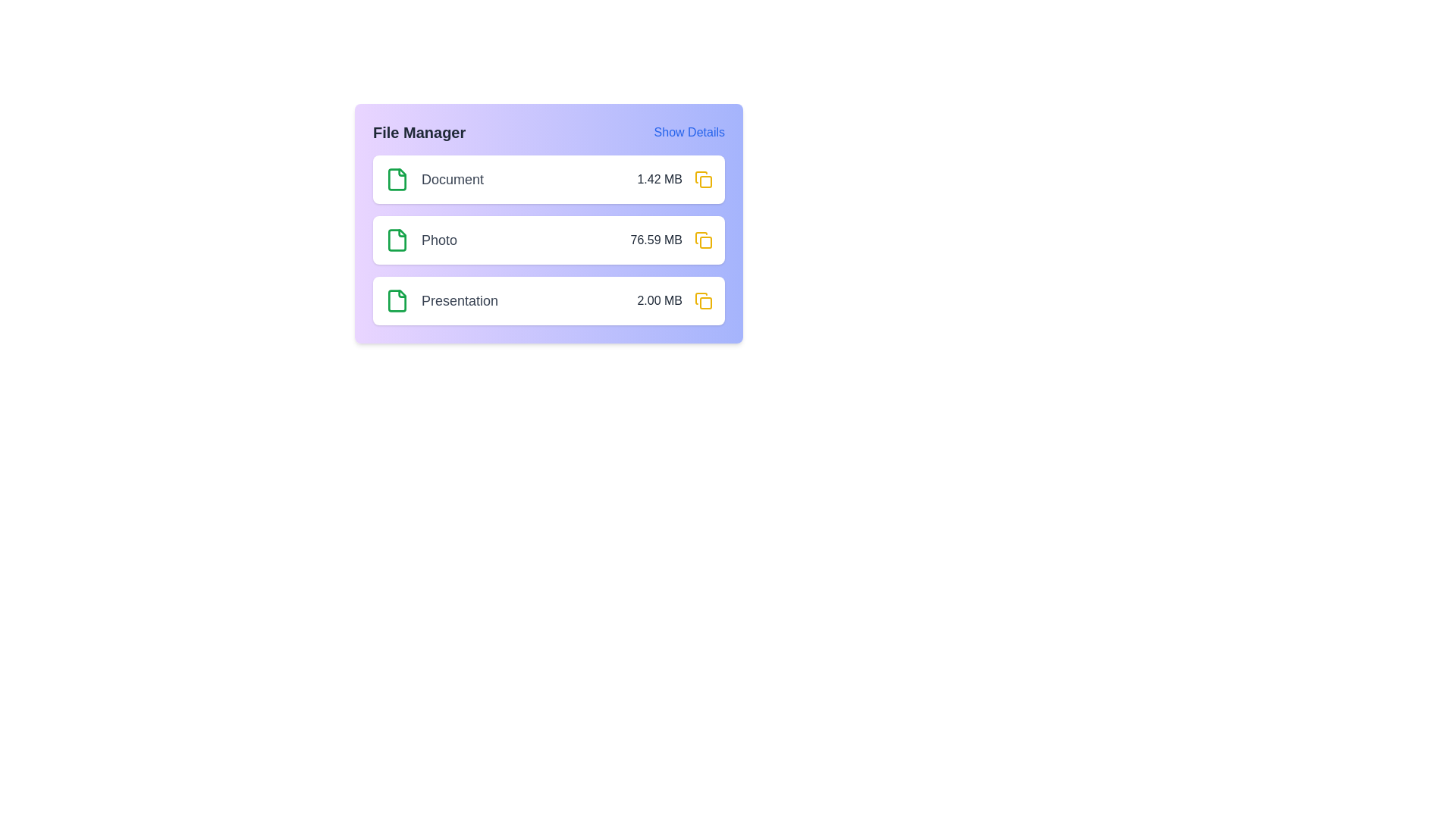  Describe the element at coordinates (705, 180) in the screenshot. I see `the decorative square graphical element positioned to the right of the 'Document' list item in the file management interface` at that location.